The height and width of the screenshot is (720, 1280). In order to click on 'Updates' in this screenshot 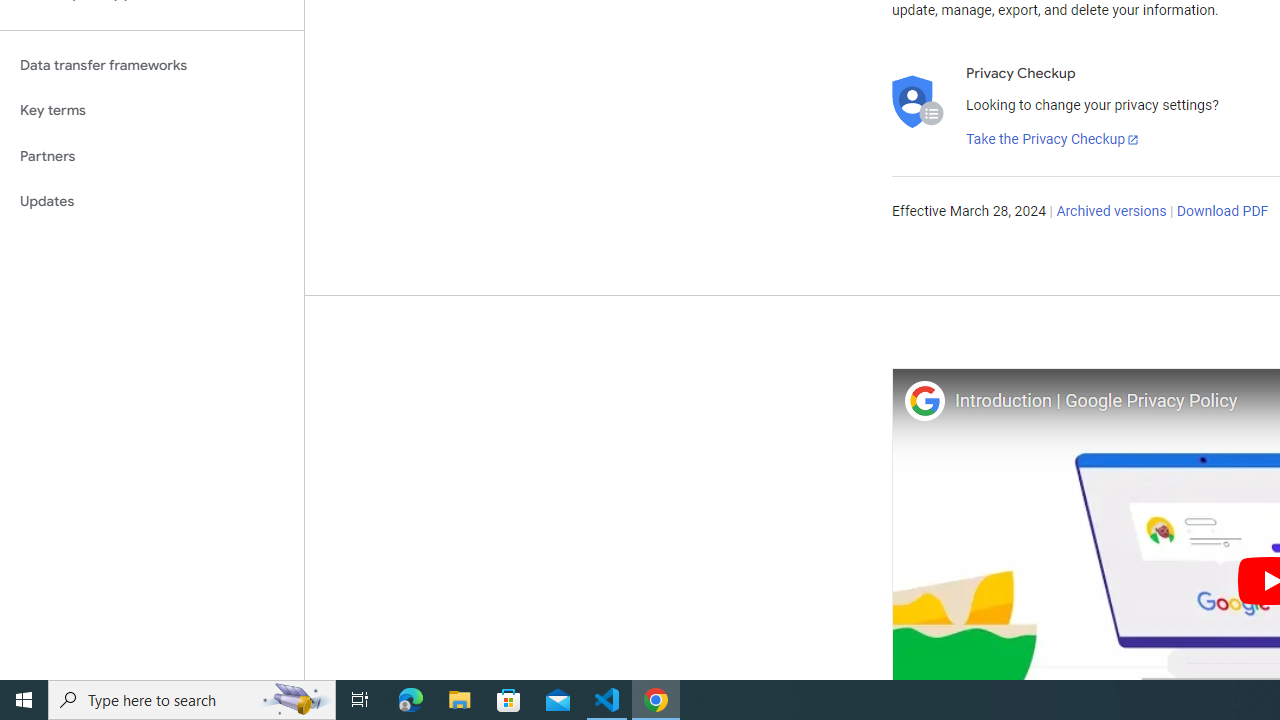, I will do `click(151, 201)`.